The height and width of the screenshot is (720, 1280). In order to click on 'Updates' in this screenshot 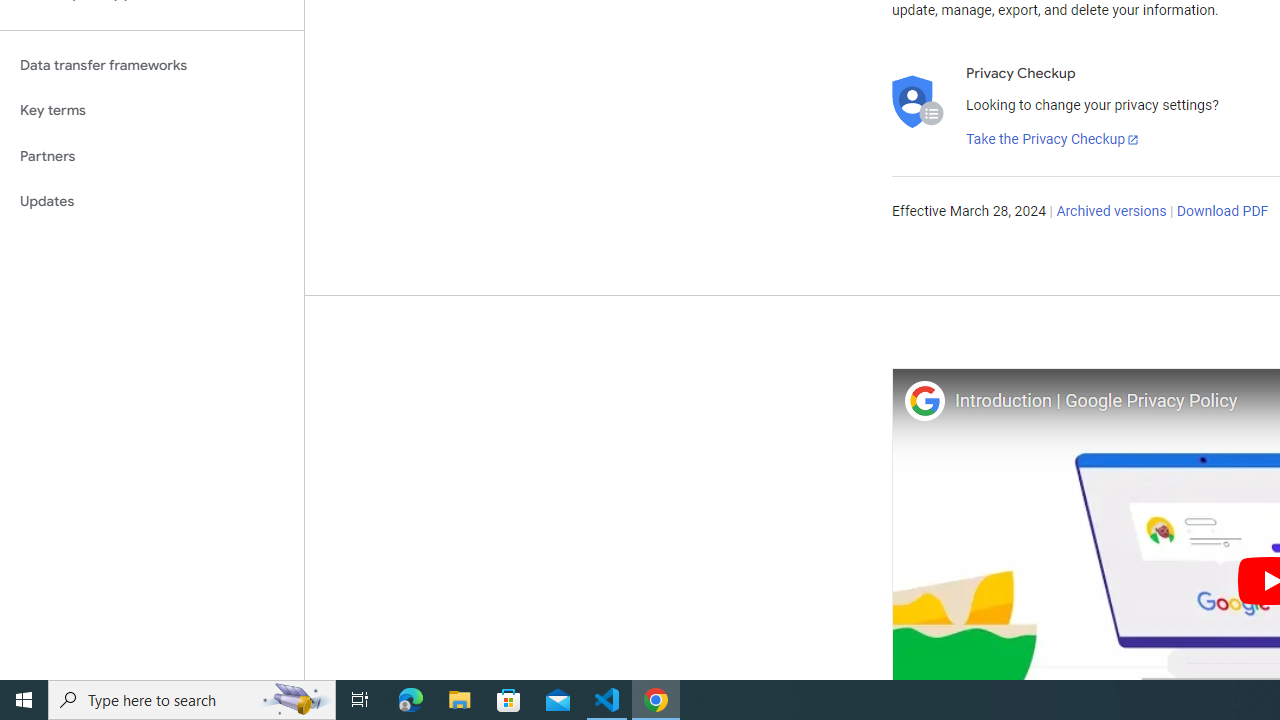, I will do `click(151, 201)`.